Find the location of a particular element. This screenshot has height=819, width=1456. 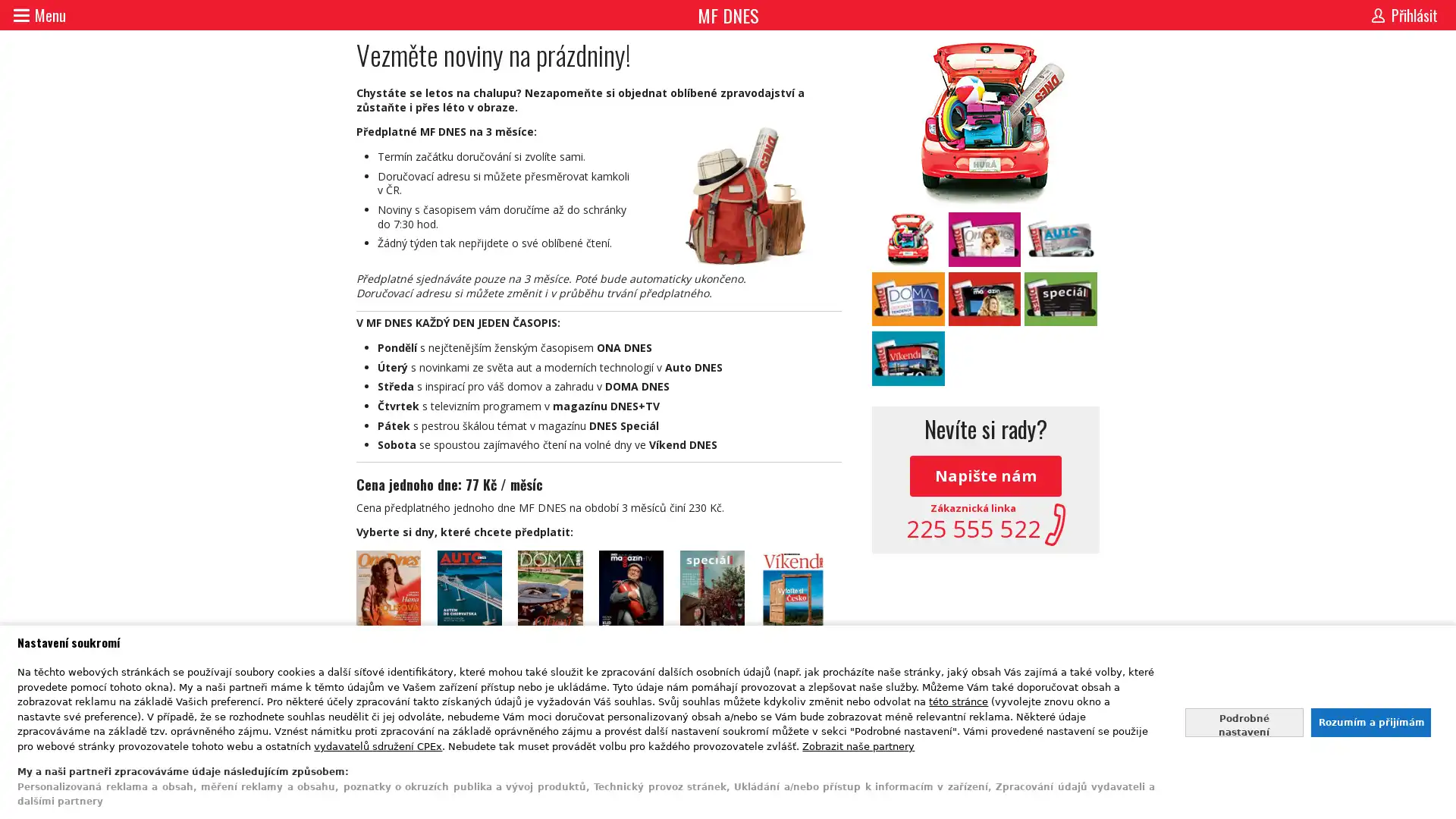

Souhlasit s nasim zpracovanim udaju a zavrit is located at coordinates (1370, 721).